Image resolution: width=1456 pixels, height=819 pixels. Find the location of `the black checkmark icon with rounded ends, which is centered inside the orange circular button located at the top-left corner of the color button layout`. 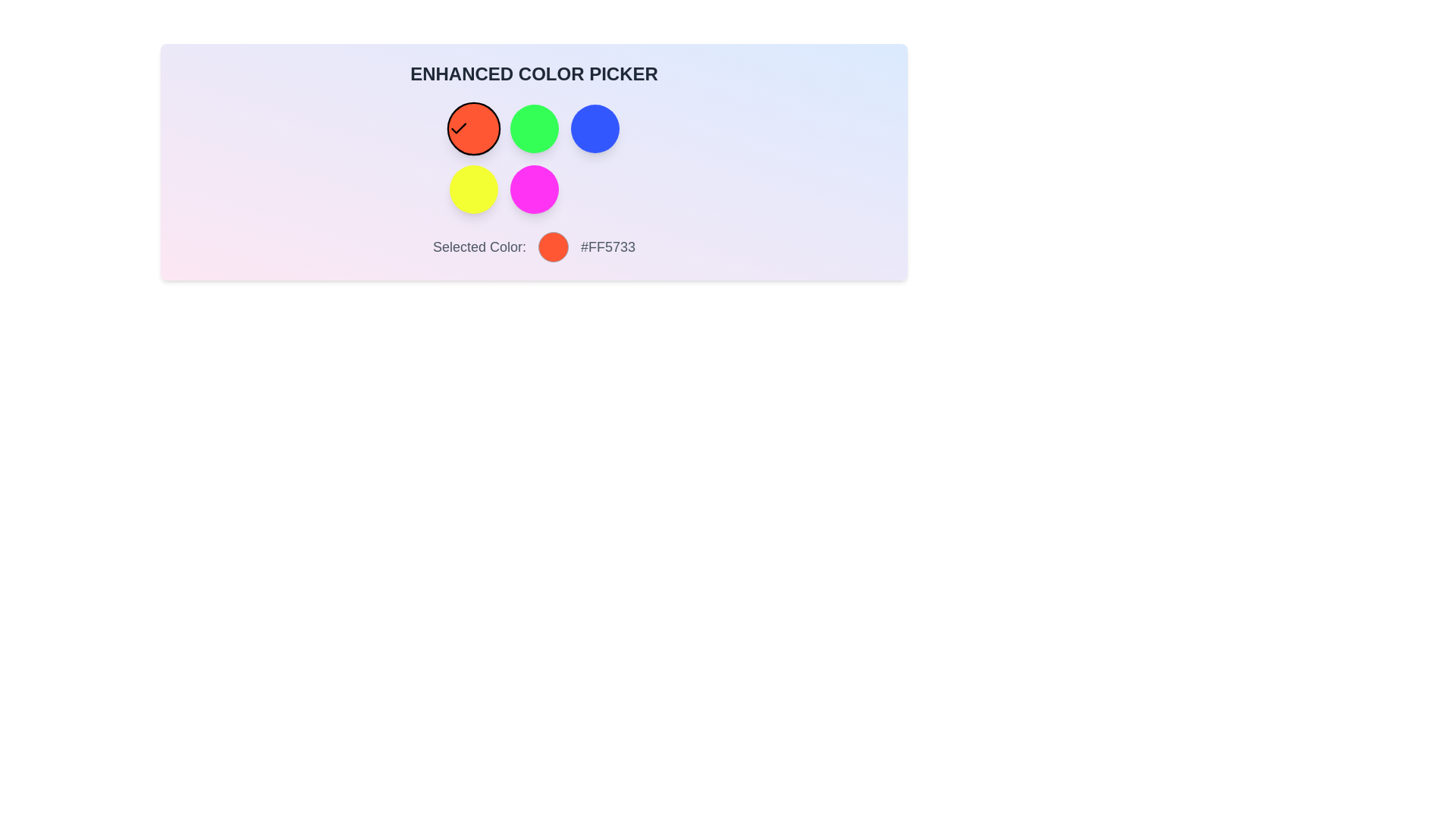

the black checkmark icon with rounded ends, which is centered inside the orange circular button located at the top-left corner of the color button layout is located at coordinates (457, 127).